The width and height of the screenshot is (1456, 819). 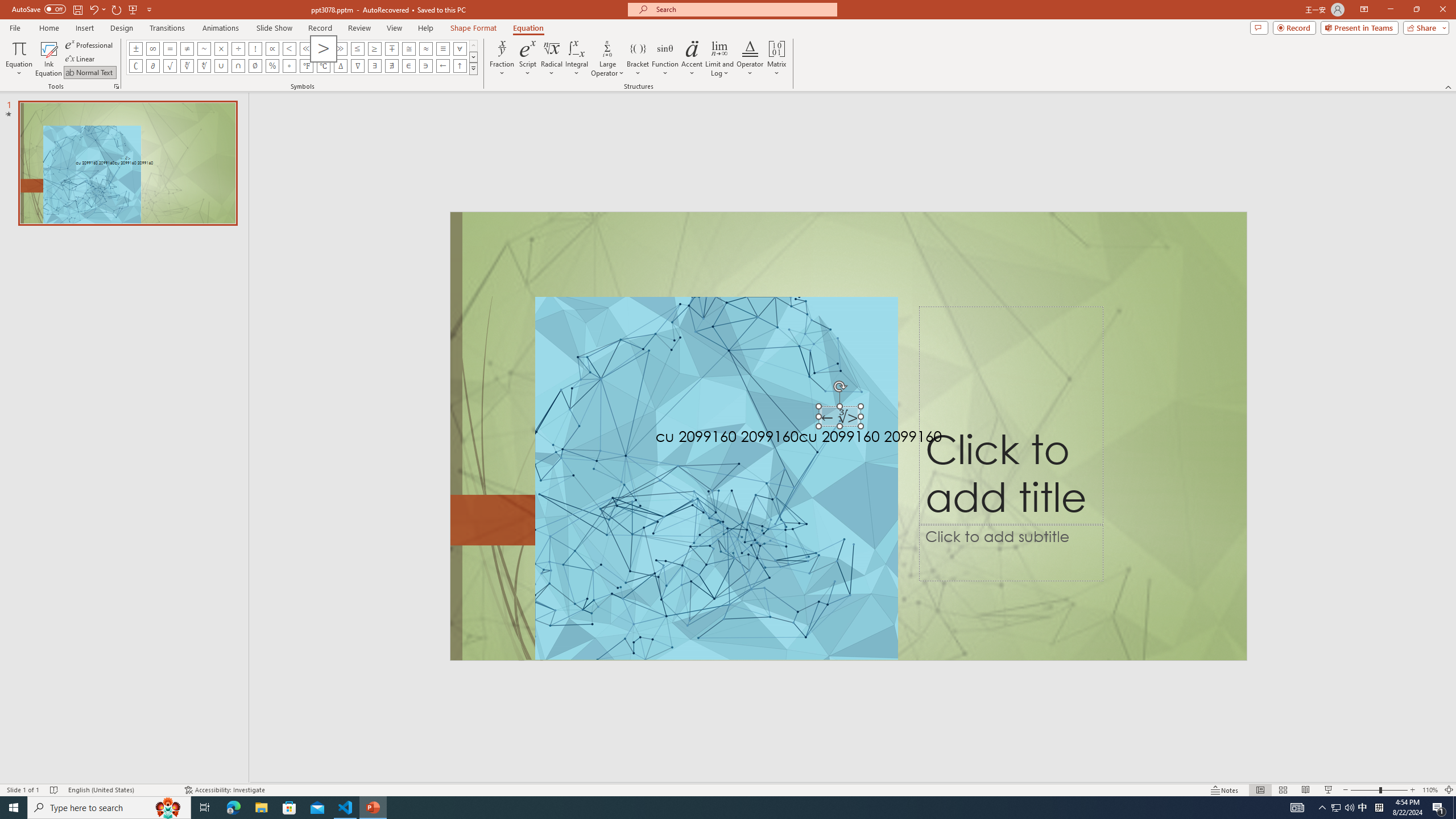 What do you see at coordinates (357, 48) in the screenshot?
I see `'Equation Symbol Less Than or Equal To'` at bounding box center [357, 48].